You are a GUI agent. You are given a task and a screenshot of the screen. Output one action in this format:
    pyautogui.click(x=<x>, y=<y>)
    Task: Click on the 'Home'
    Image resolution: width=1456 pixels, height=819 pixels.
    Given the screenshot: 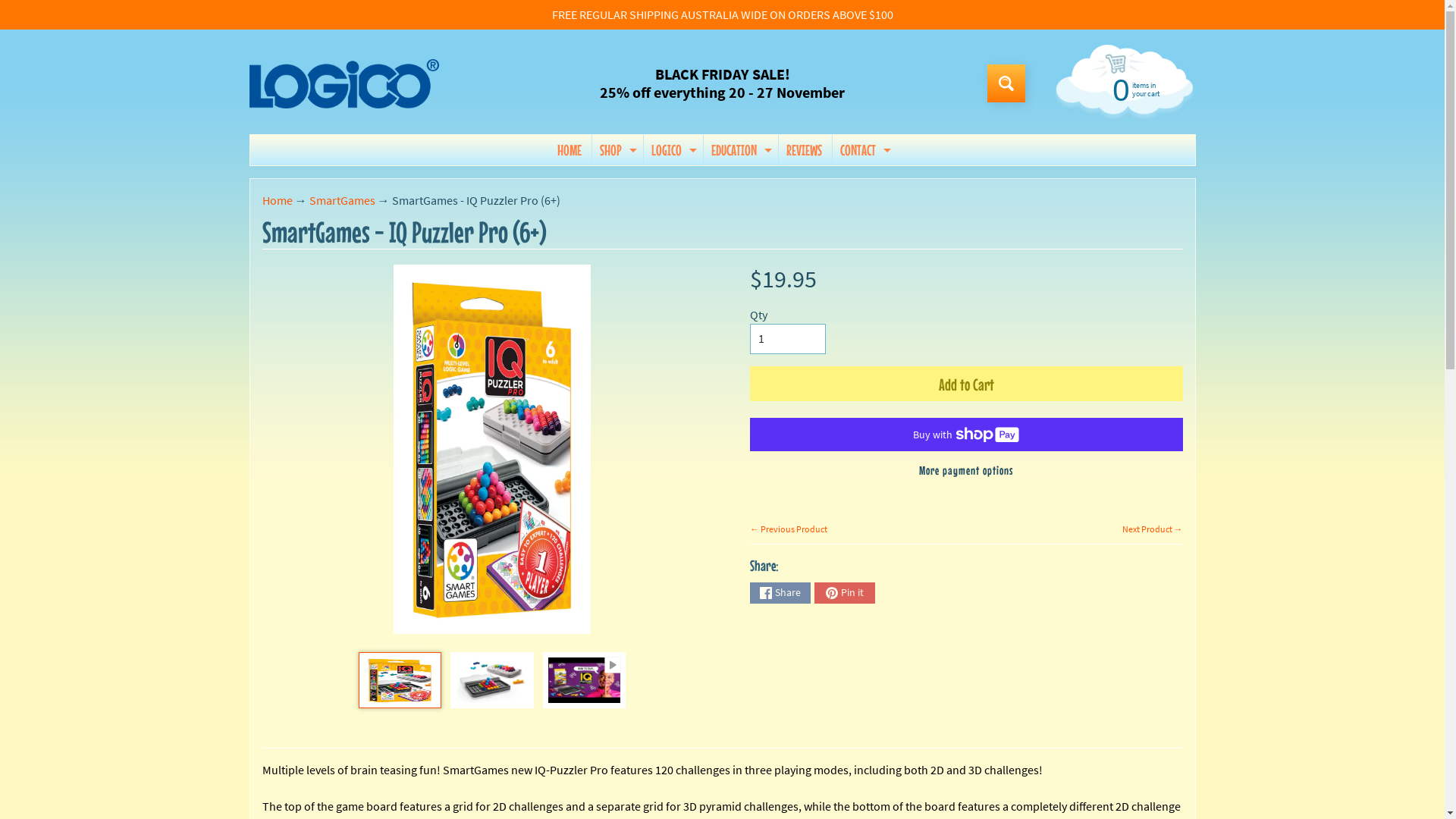 What is the action you would take?
    pyautogui.click(x=277, y=199)
    